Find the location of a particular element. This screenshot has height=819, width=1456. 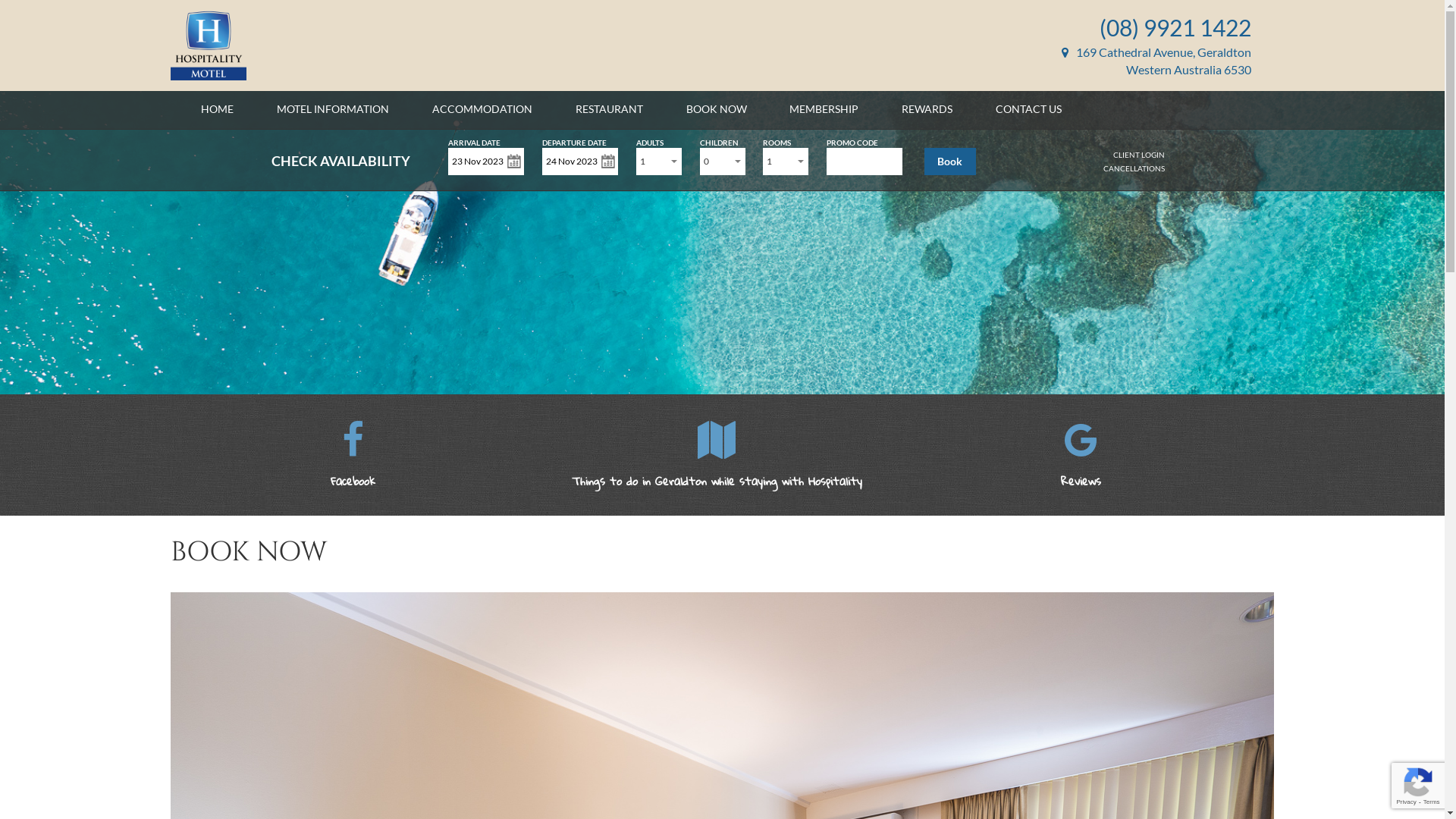

'CONTACT US' is located at coordinates (1028, 108).